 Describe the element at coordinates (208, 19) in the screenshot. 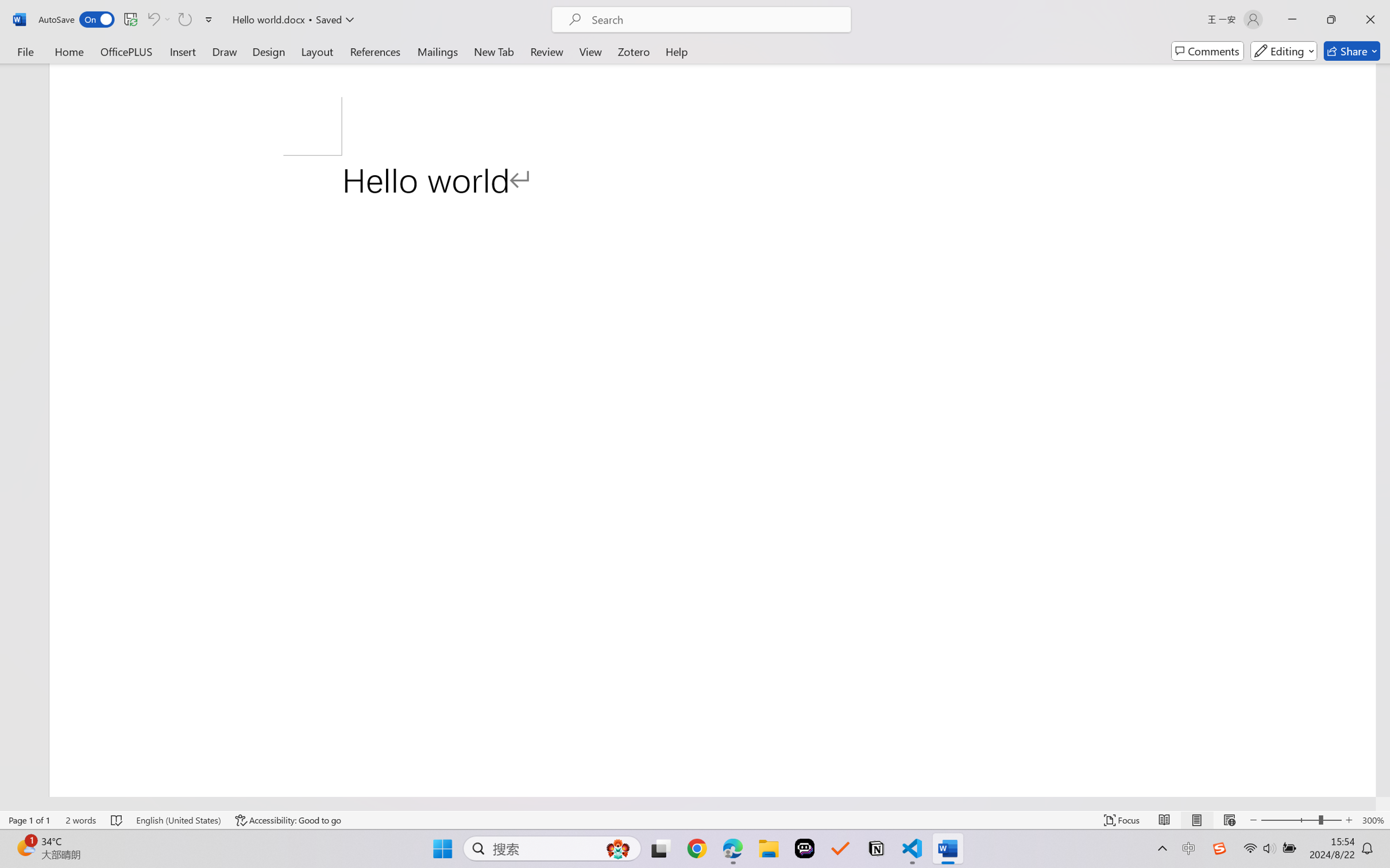

I see `'Customize Quick Access Toolbar'` at that location.